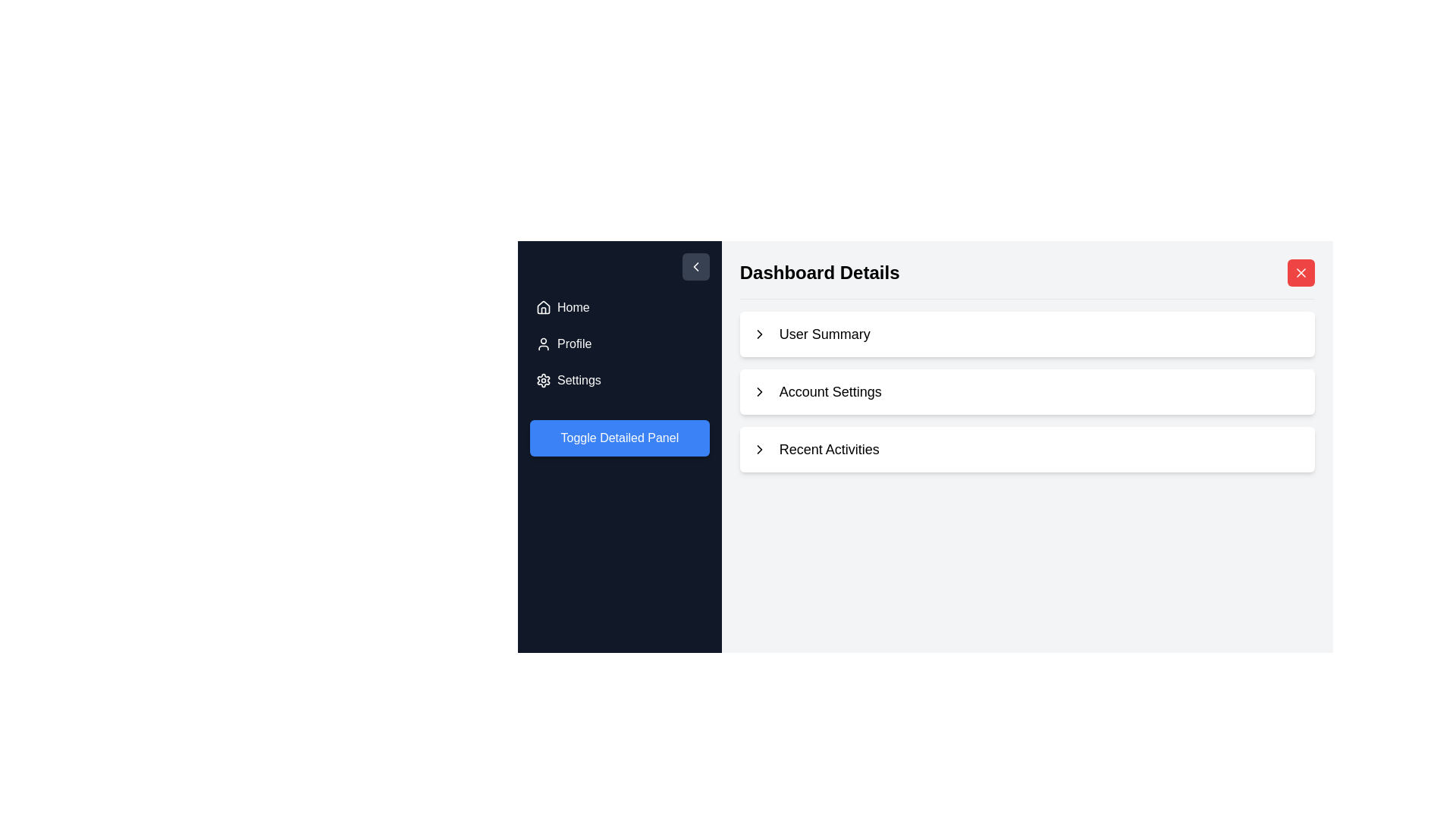 This screenshot has width=1456, height=819. What do you see at coordinates (695, 265) in the screenshot?
I see `the toggle button for collapsing the navigation panel located at the top-right corner of the vertical navigation menu` at bounding box center [695, 265].